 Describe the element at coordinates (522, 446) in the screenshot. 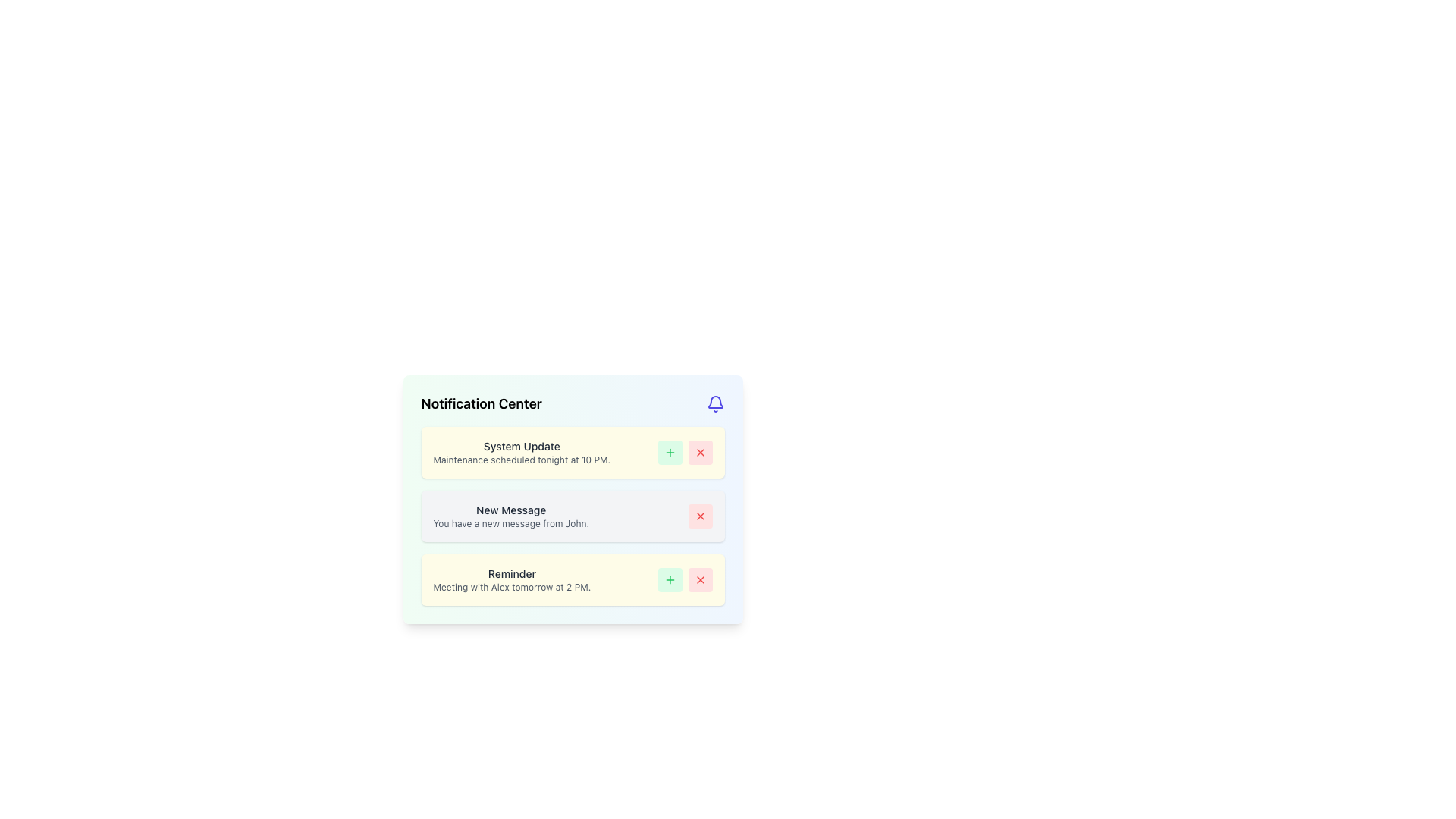

I see `the text label that serves as the title for the notification, located at the top of the notification list, above the description 'Maintenance scheduled tonight at 10 PM.'` at that location.